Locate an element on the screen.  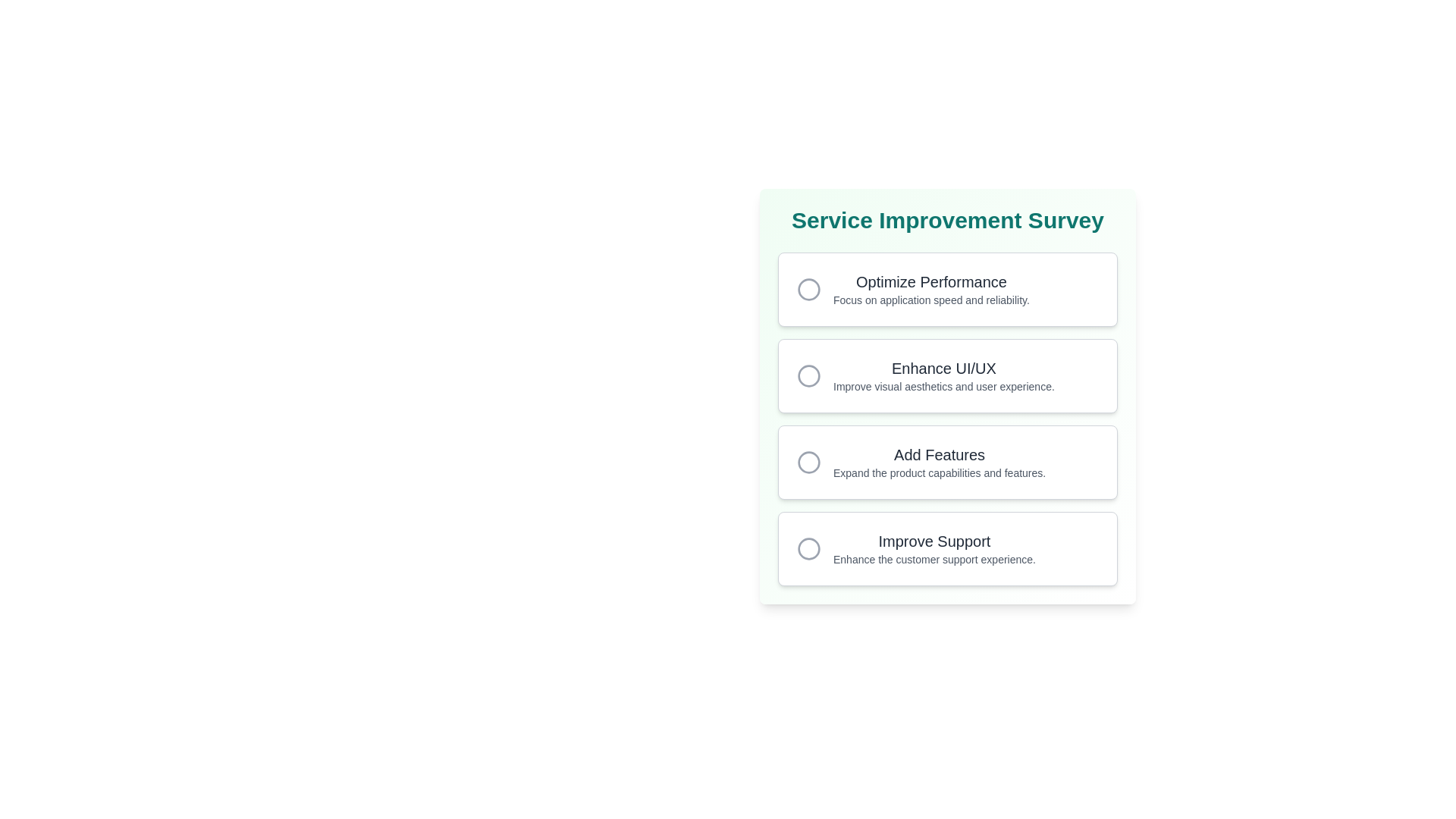
the circular graphical icon indicator for the 'Improve Support' option in the survey interface is located at coordinates (808, 549).